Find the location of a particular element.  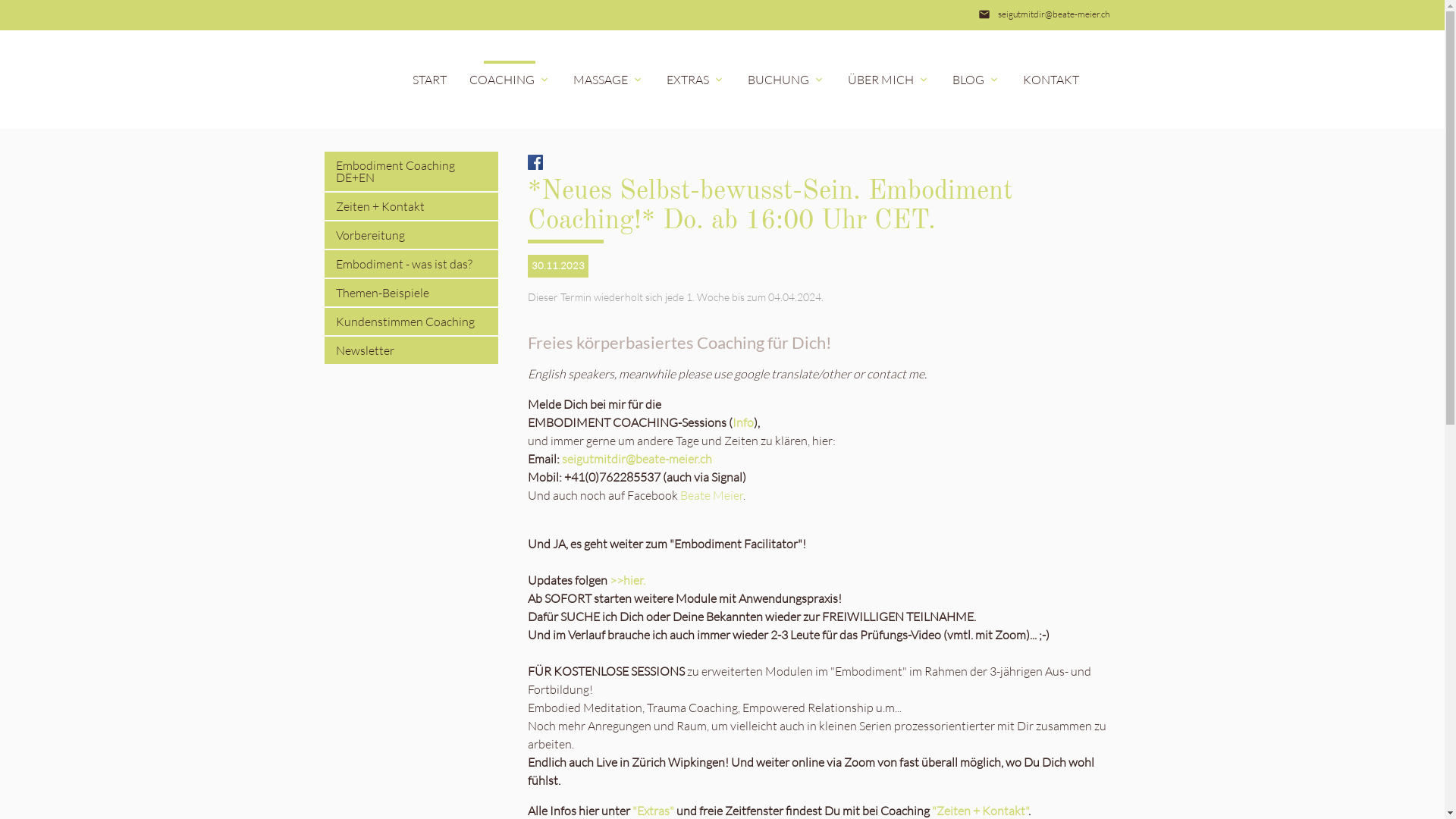

'>>hier.' is located at coordinates (627, 579).